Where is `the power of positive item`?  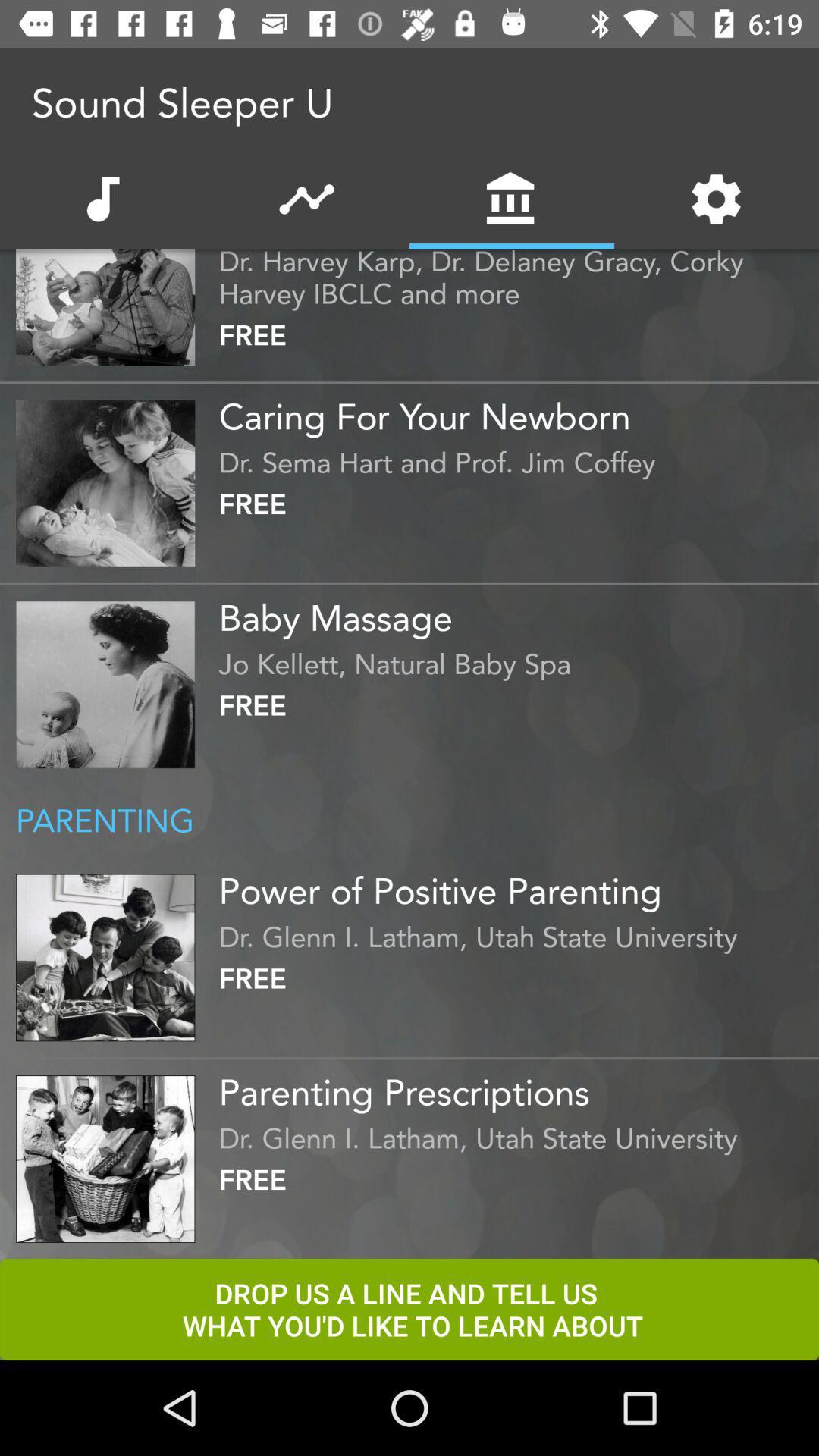 the power of positive item is located at coordinates (514, 885).